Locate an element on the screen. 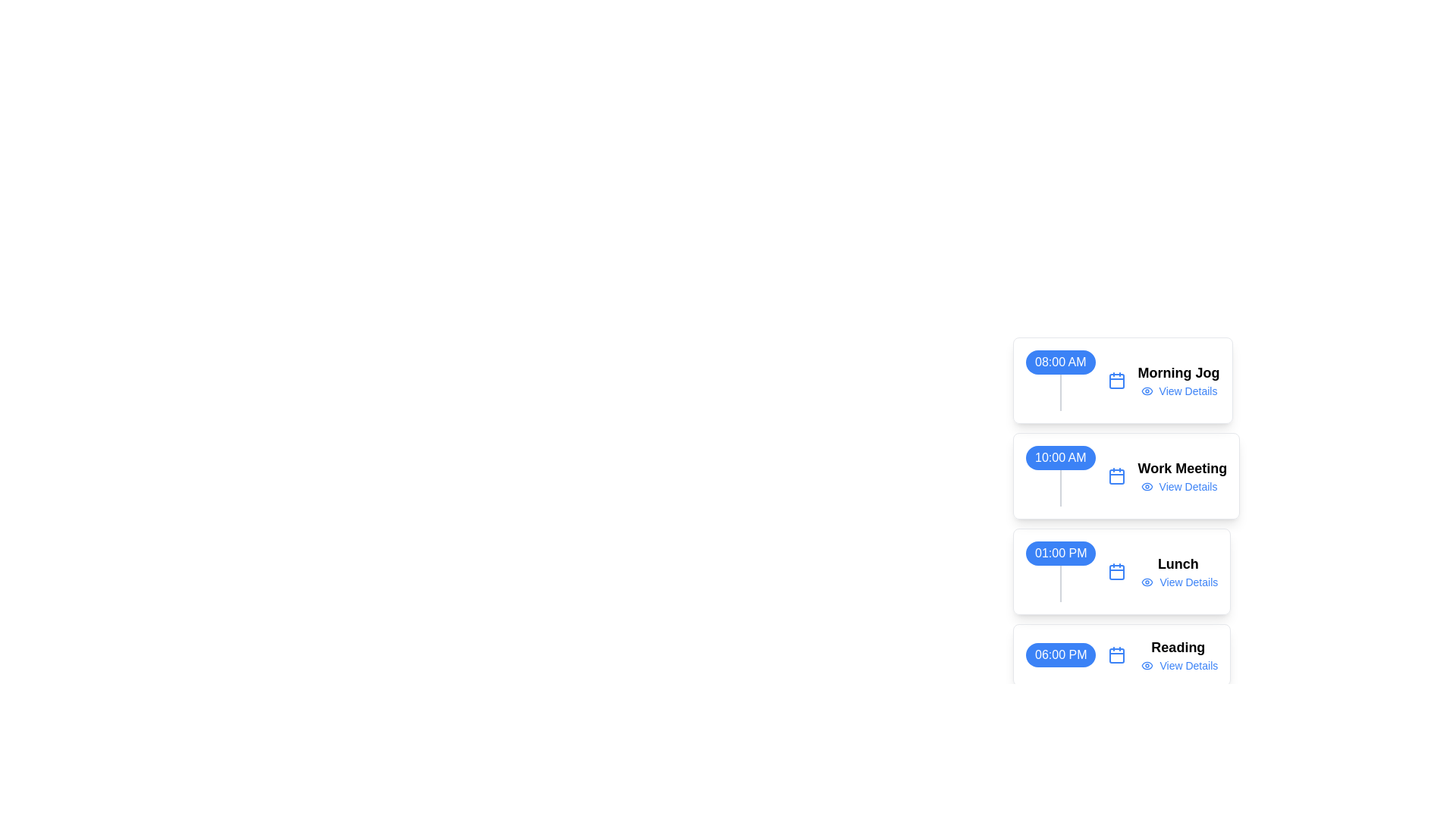  the first text label within the timeline interface that indicates the time 01:00 PM, which is the third element in the chronological sequence is located at coordinates (1060, 553).